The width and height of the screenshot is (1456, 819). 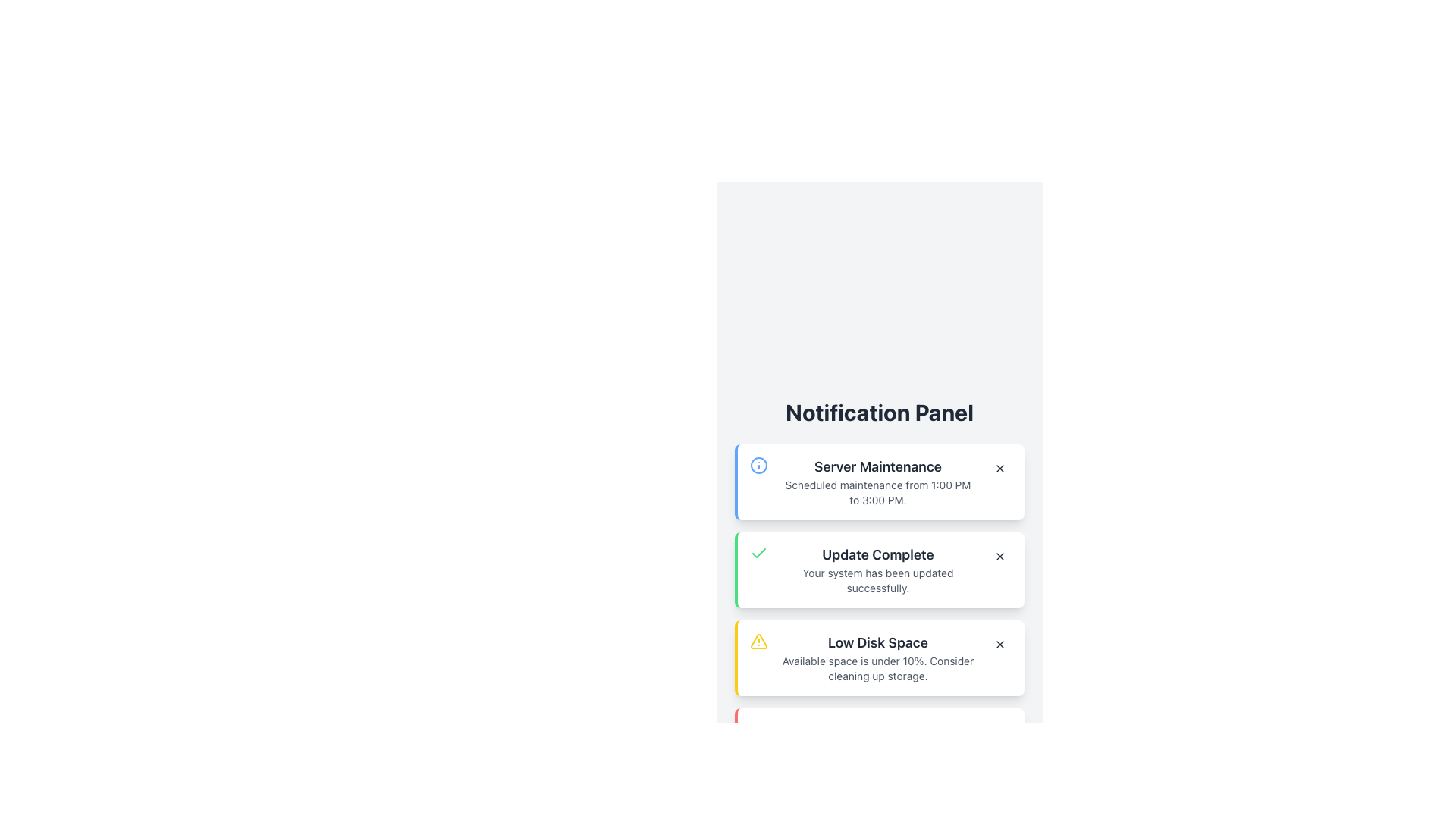 What do you see at coordinates (759, 641) in the screenshot?
I see `the visual warning indicator icon within the 'Low Disk Space' notification card` at bounding box center [759, 641].